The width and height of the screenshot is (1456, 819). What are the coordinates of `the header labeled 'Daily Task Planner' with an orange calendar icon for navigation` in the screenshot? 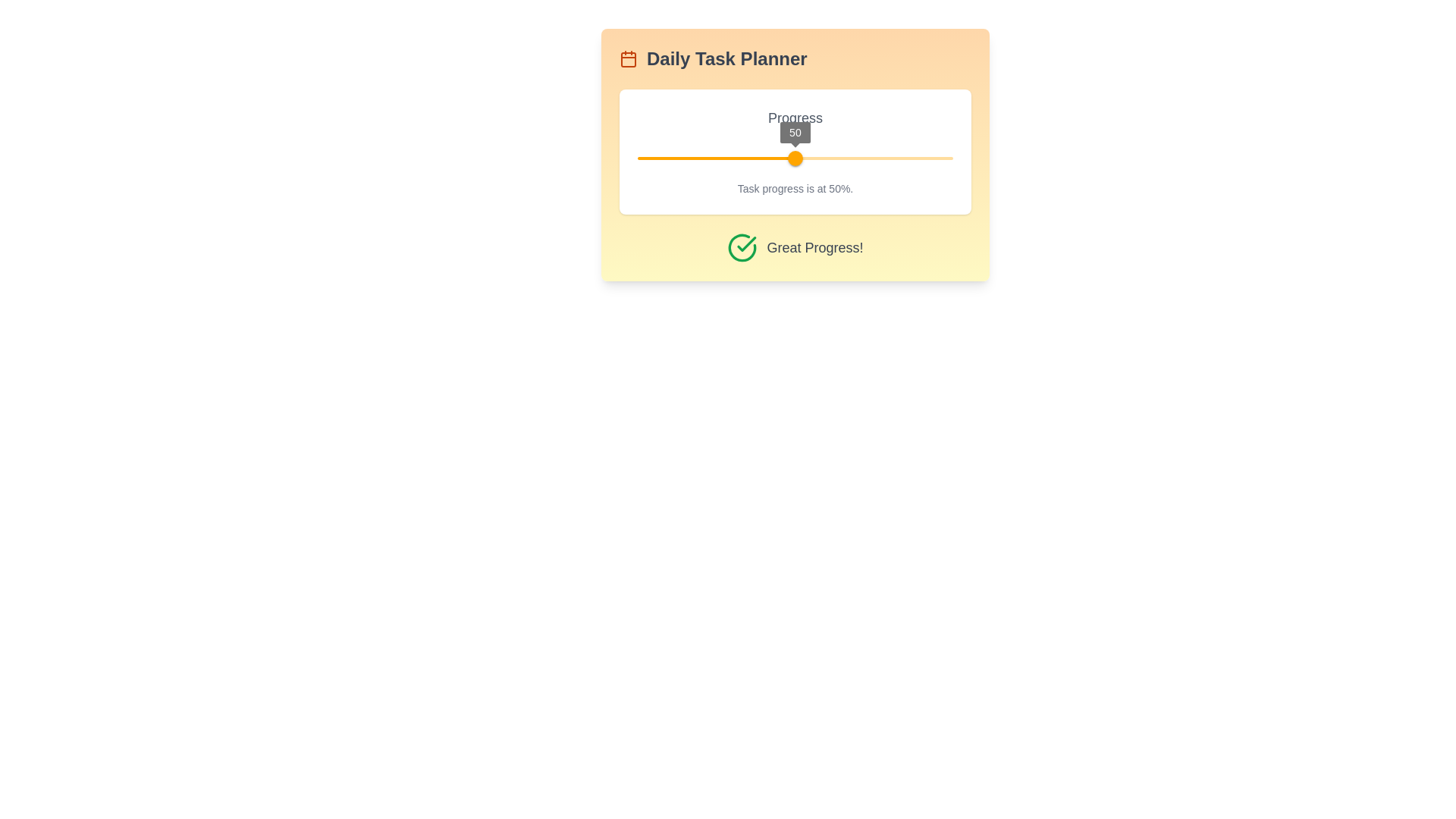 It's located at (795, 58).